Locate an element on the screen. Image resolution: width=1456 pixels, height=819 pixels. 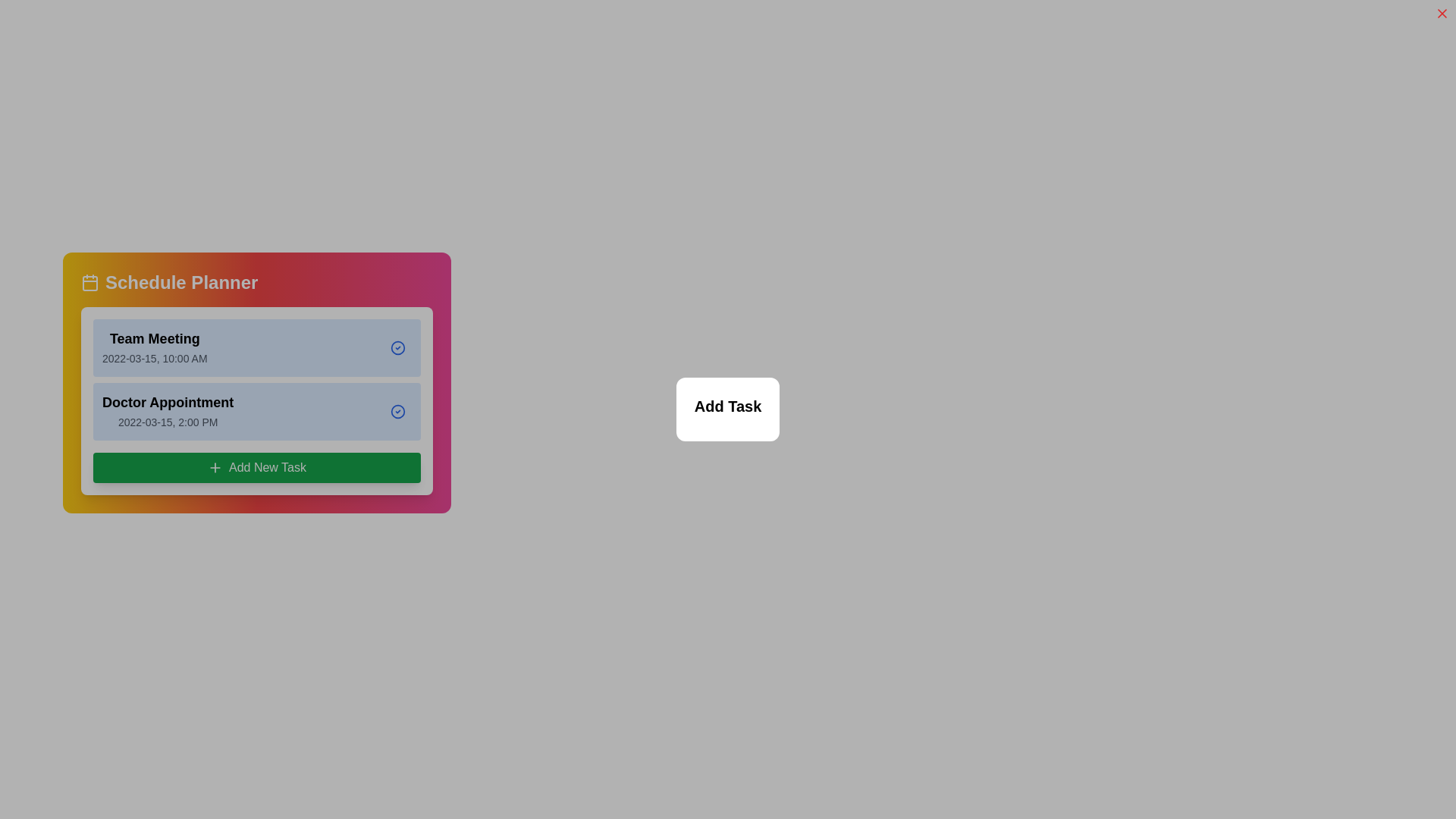
the 'Add Task' button-like text display element, which has a white background and bold black text centered within it is located at coordinates (728, 409).